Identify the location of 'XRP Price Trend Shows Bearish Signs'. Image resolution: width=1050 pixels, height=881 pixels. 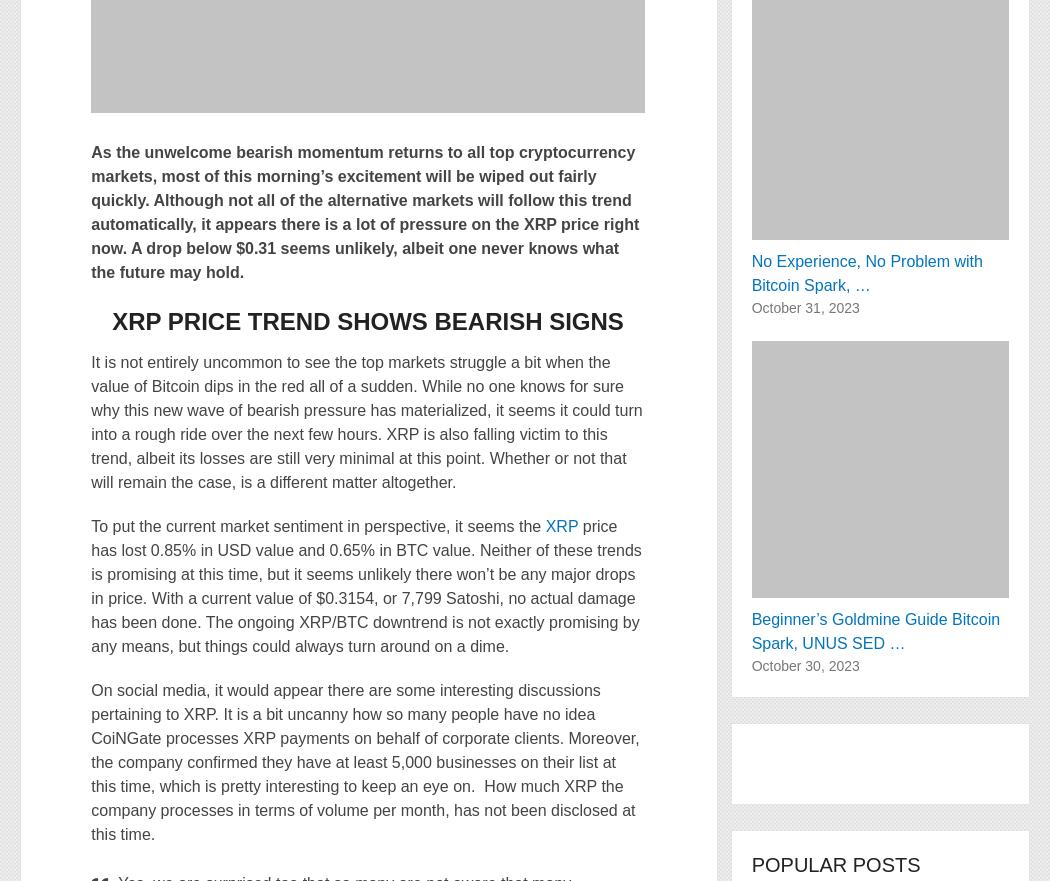
(366, 321).